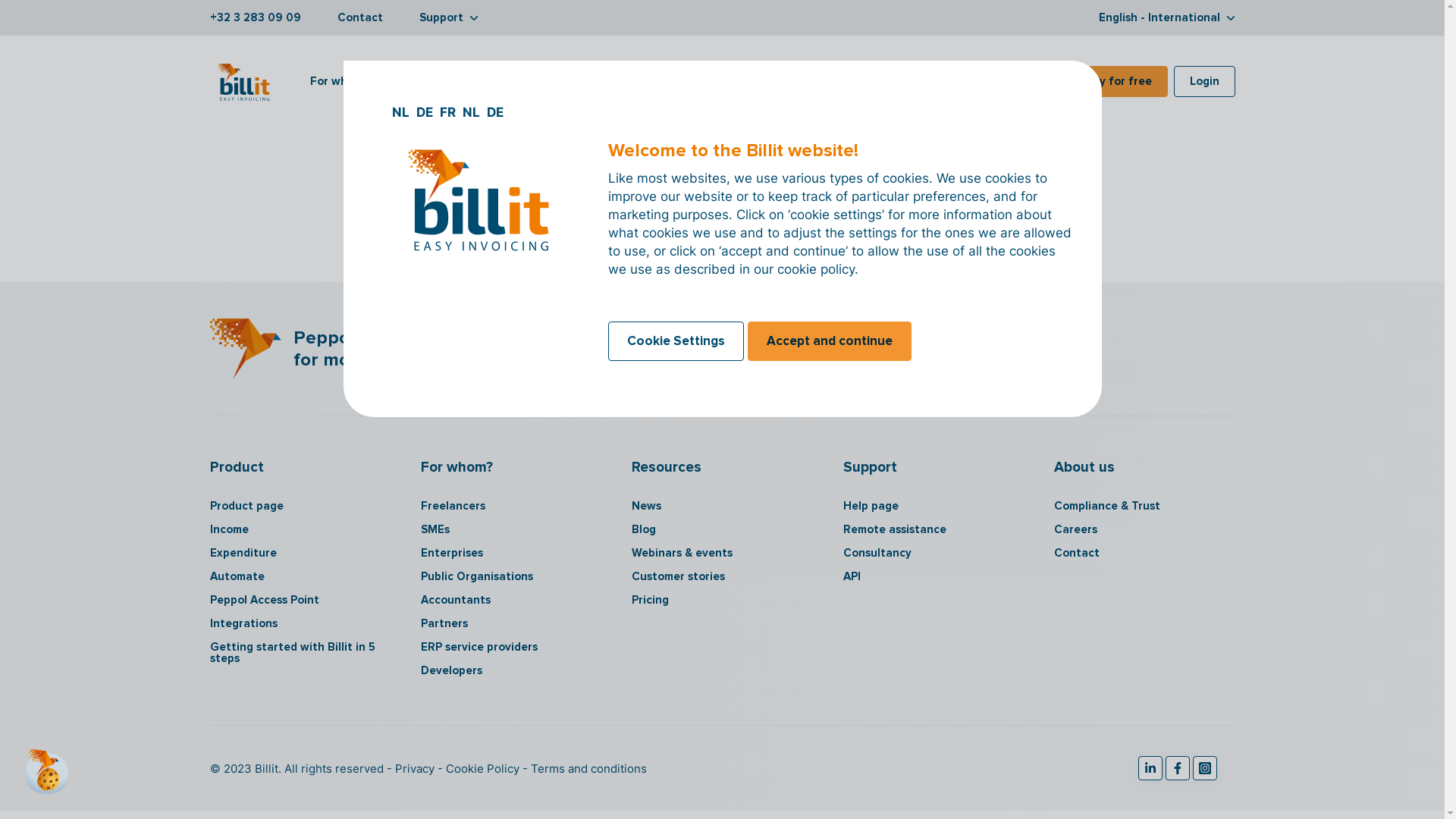  Describe the element at coordinates (1203, 80) in the screenshot. I see `'Login'` at that location.